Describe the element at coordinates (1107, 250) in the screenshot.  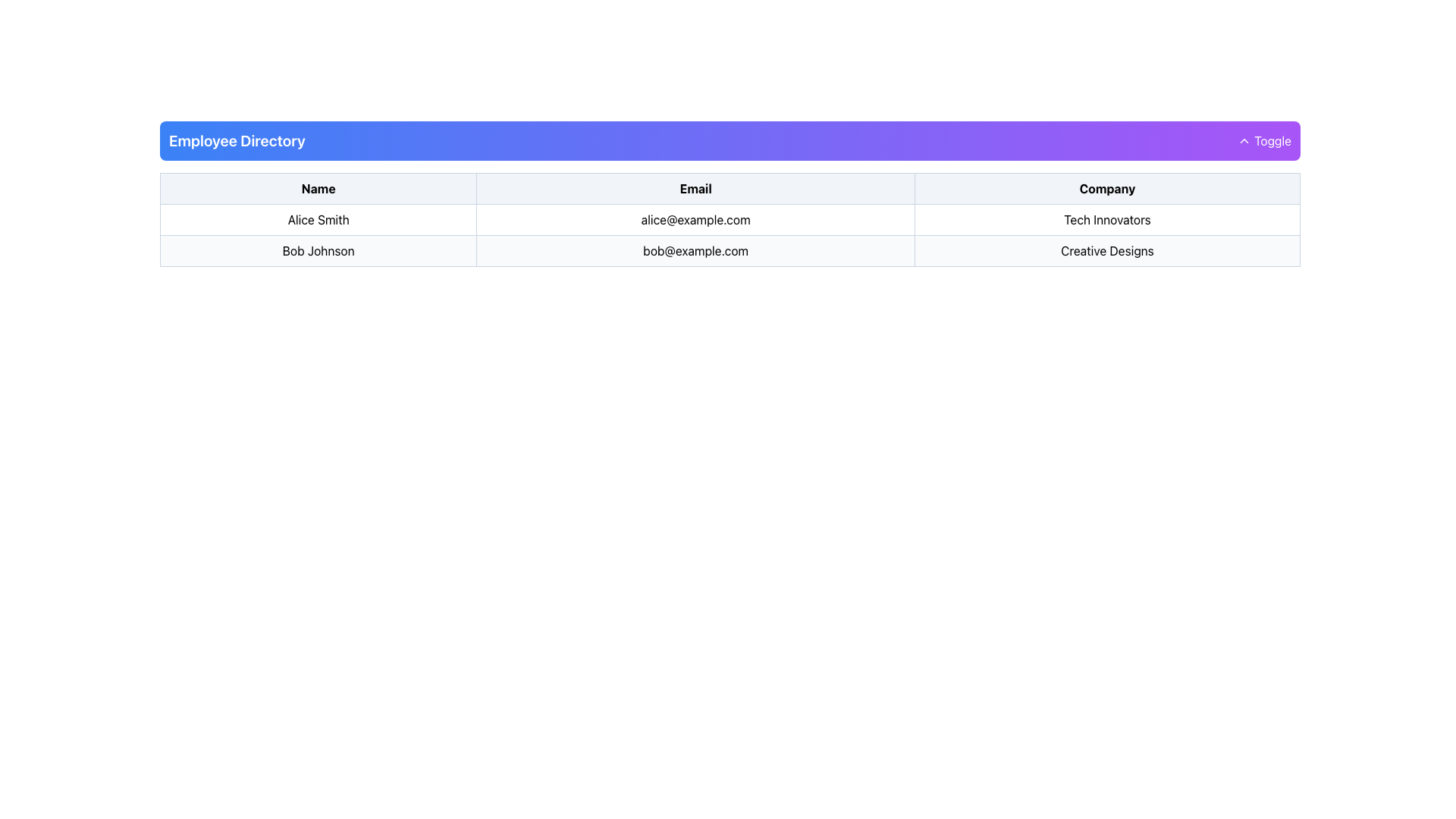
I see `the Text Display Box that shows the company associated with employee Bob Johnson in the directory table` at that location.